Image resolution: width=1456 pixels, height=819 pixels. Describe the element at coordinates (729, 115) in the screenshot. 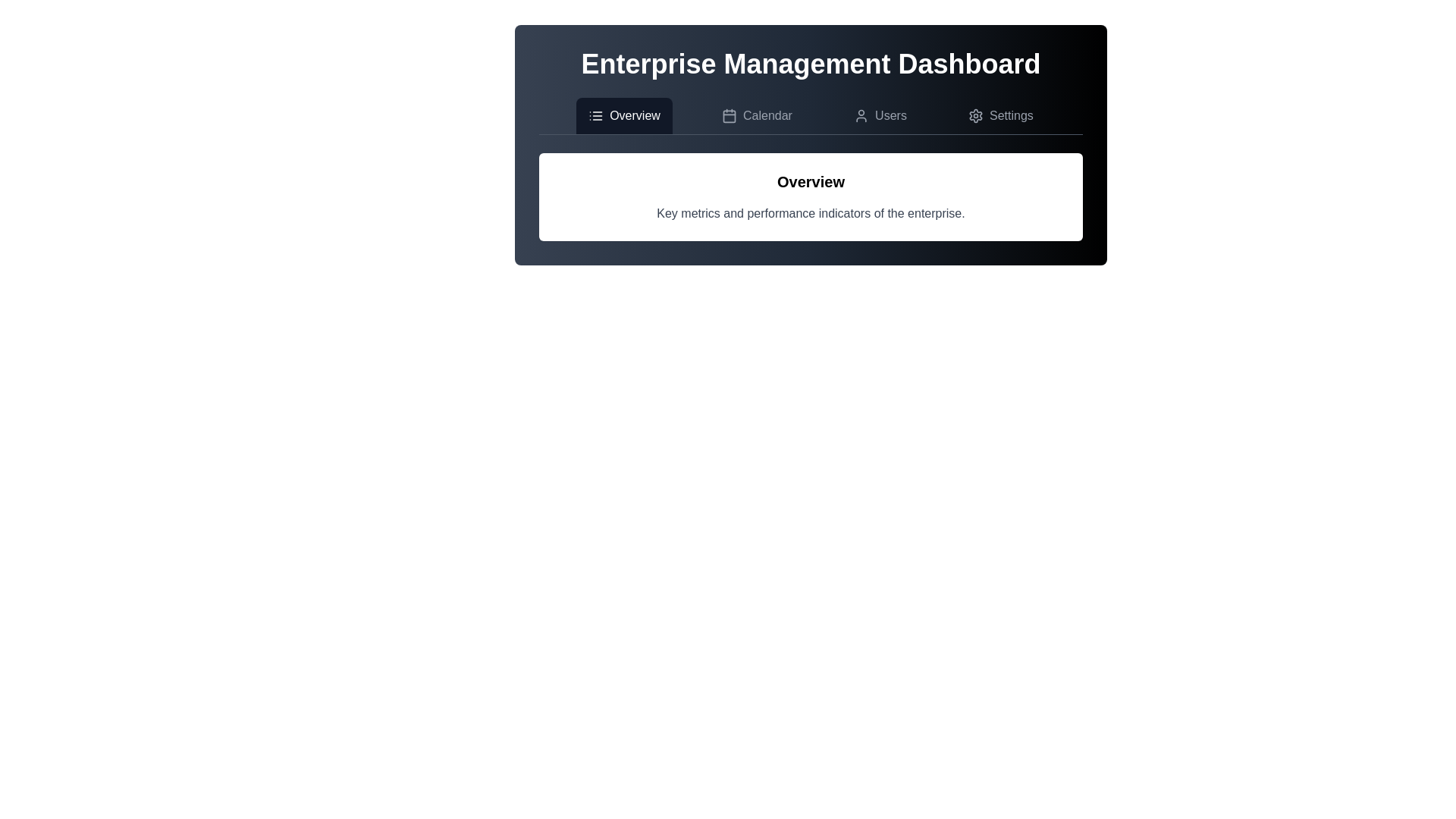

I see `the rounded rectangle element of the calendar icon located in the navigation bar at the top-center of the interface` at that location.